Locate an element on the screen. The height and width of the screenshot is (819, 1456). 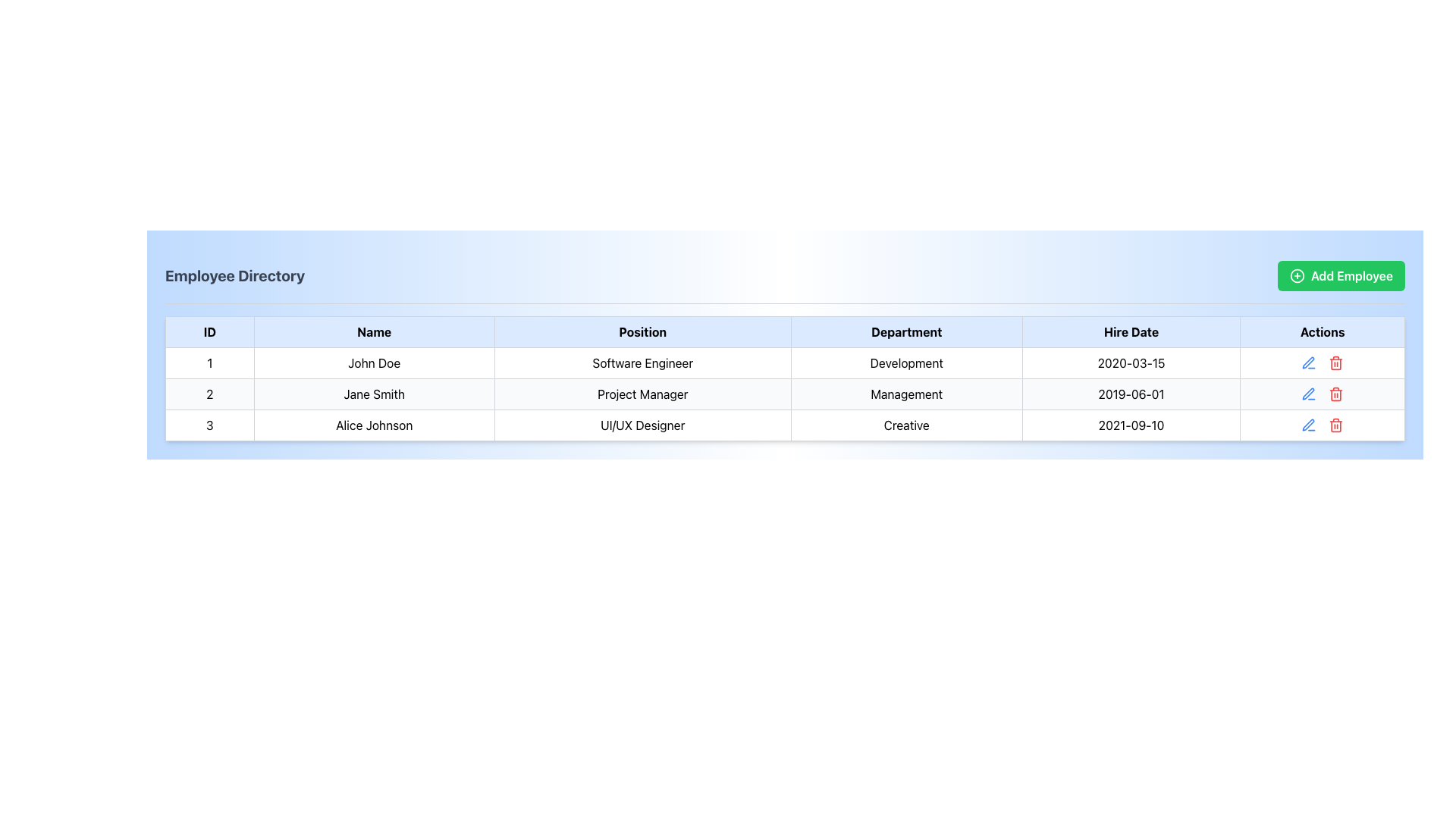
the red trash bin icon in the 'Actions' column of the row for 'Jane Smith' is located at coordinates (1322, 394).